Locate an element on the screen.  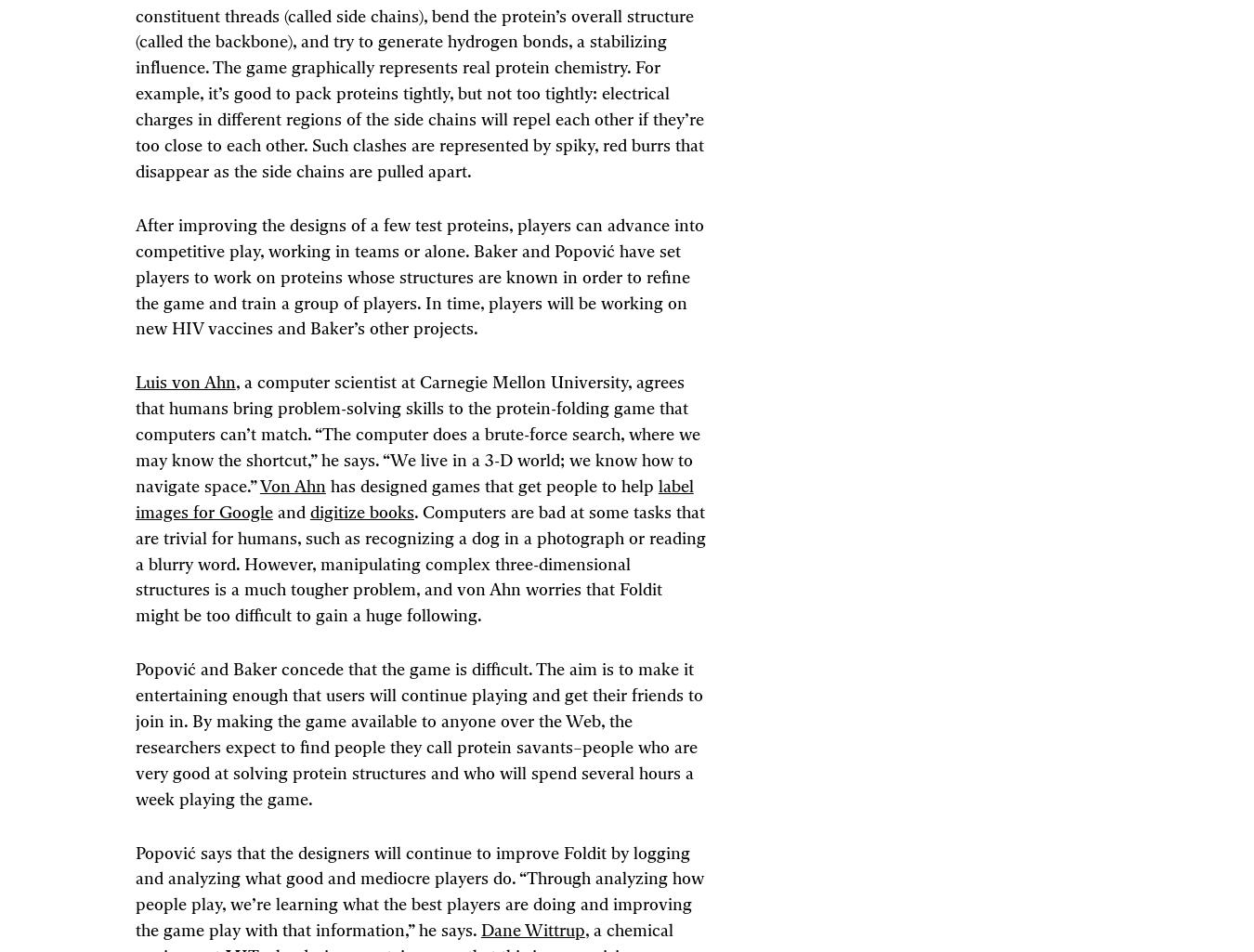
'After improving the designs of a few test proteins, players can advance into competitive play, working in teams or alone. Baker and Popović have set players to work on proteins whose structures are known in order to refine the game and train a group of players. In time, players will be working on new HIV vaccines and Baker’s other projects.' is located at coordinates (418, 278).